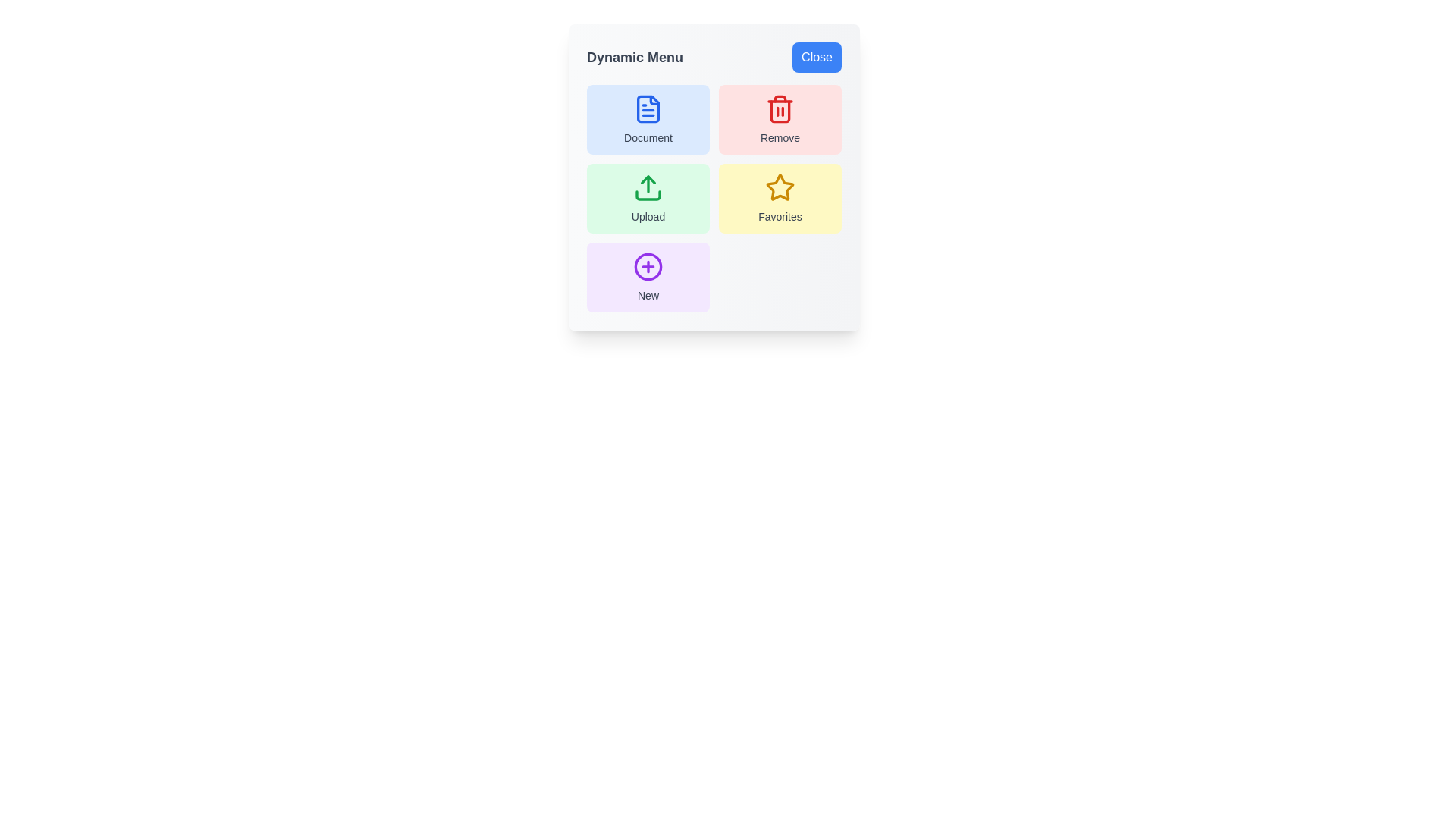  I want to click on the 'New' button located in the bottom-left area of the grid layout to initiate a new item action, so click(648, 265).